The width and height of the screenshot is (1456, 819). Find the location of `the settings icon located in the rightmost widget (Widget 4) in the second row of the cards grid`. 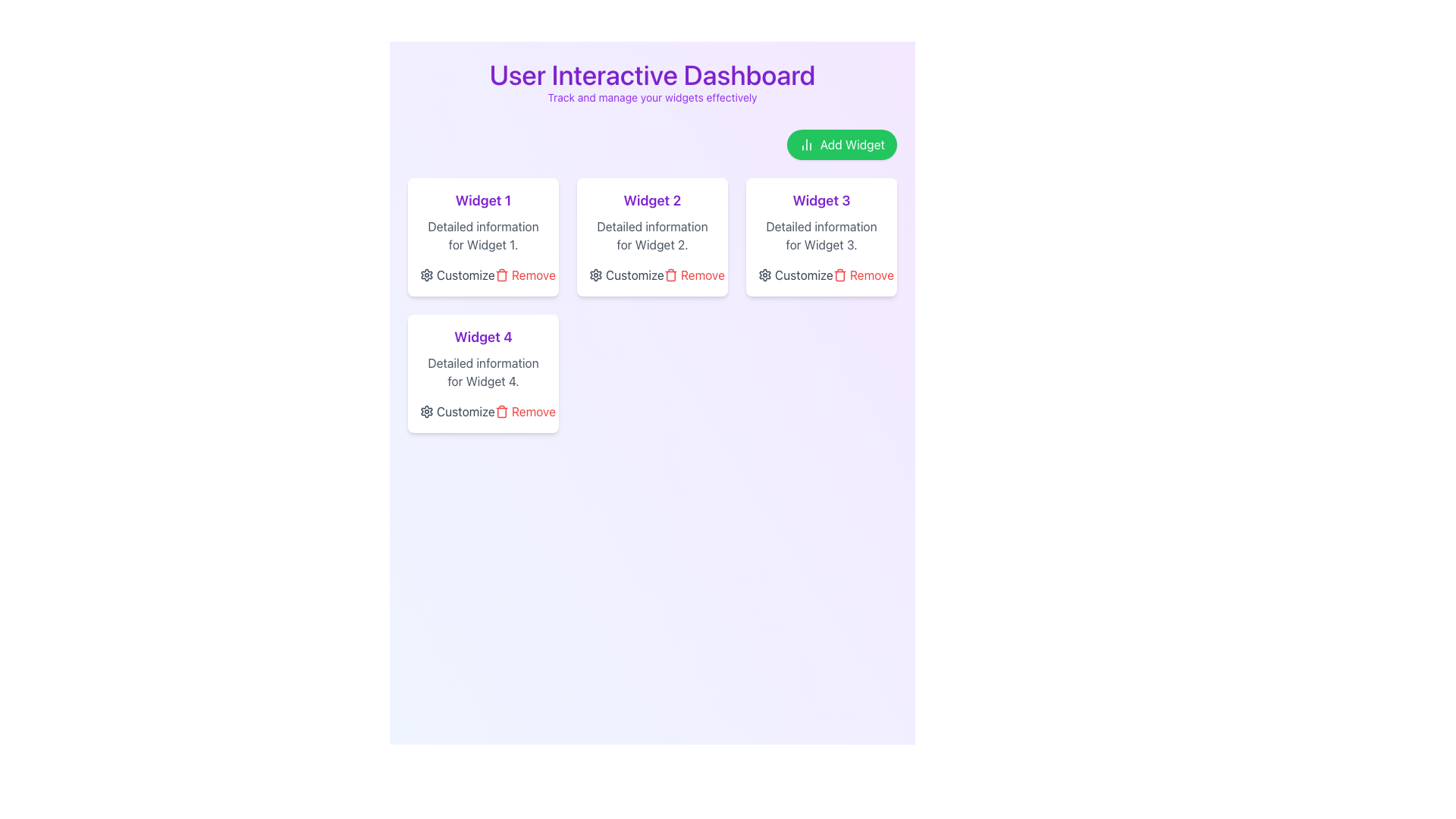

the settings icon located in the rightmost widget (Widget 4) in the second row of the cards grid is located at coordinates (425, 412).